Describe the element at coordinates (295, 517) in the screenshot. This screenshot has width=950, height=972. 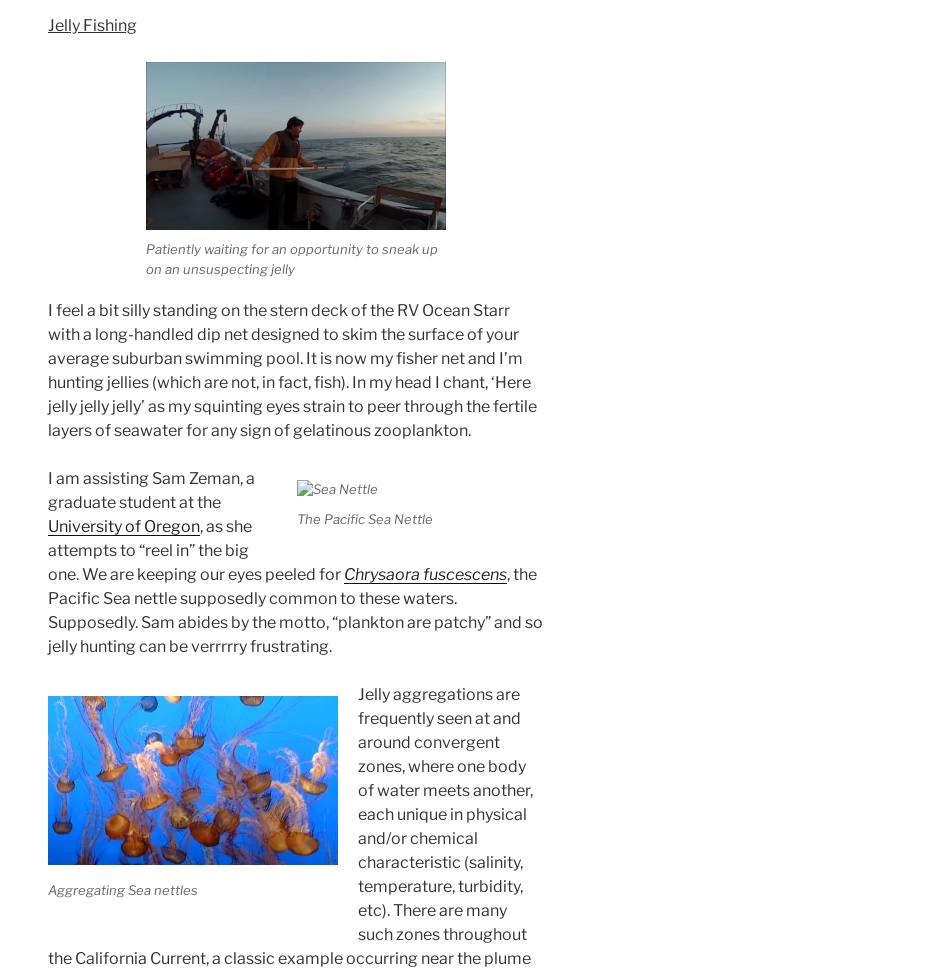
I see `'The Pacific Sea Nettle'` at that location.